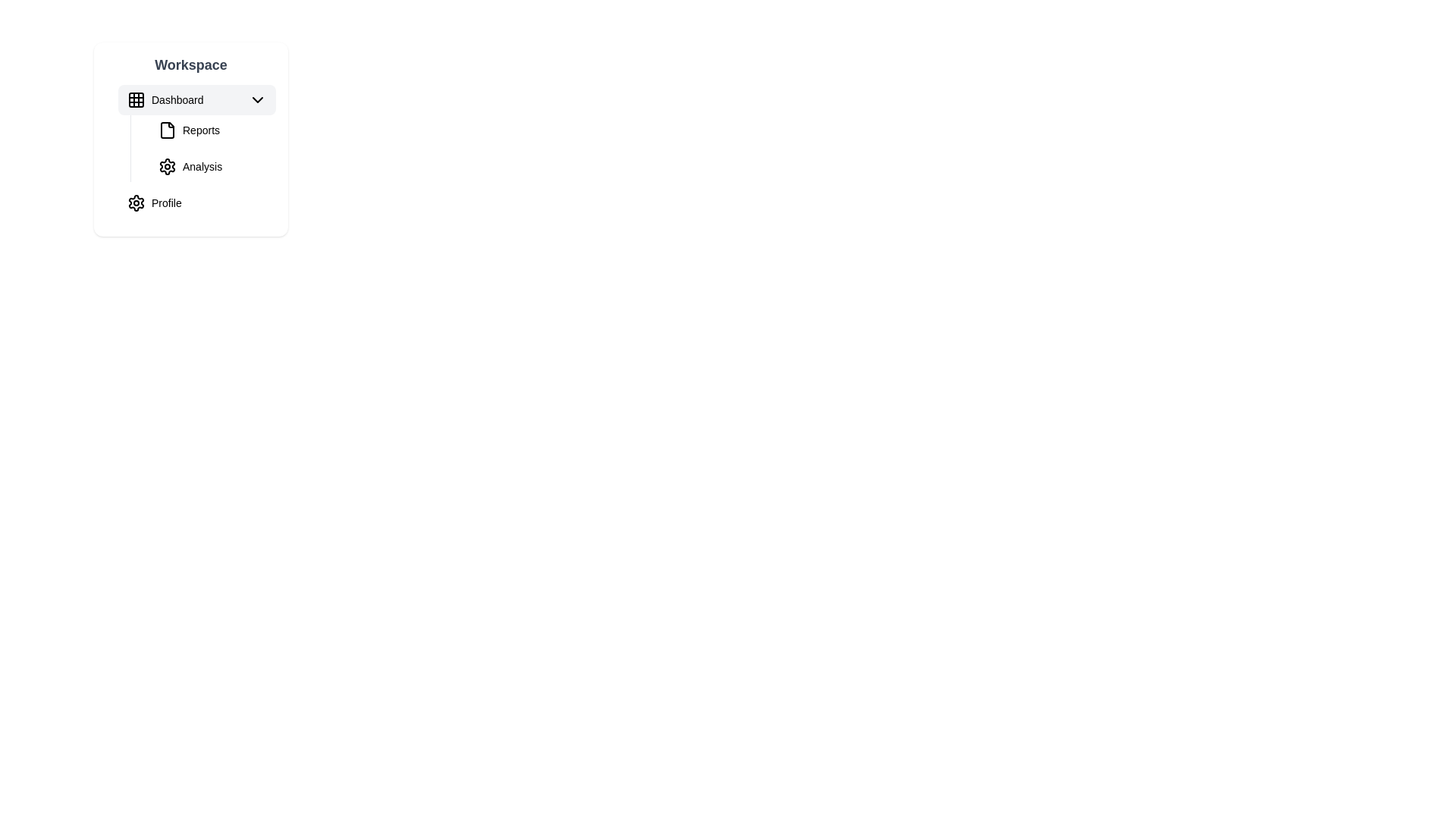 This screenshot has width=1456, height=819. I want to click on the first menu list item with icon and text in the 'Workspace' menu panel, so click(165, 99).